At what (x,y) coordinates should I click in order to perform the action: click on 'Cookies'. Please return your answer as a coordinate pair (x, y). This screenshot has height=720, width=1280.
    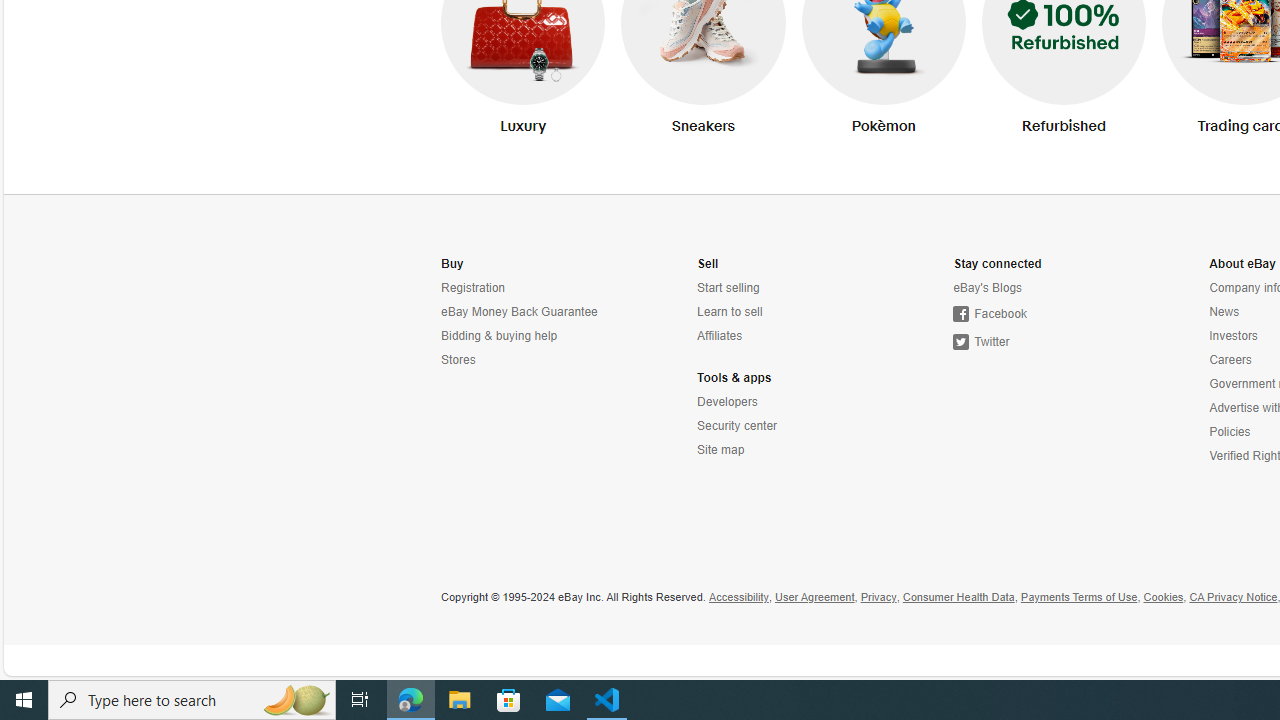
    Looking at the image, I should click on (1163, 596).